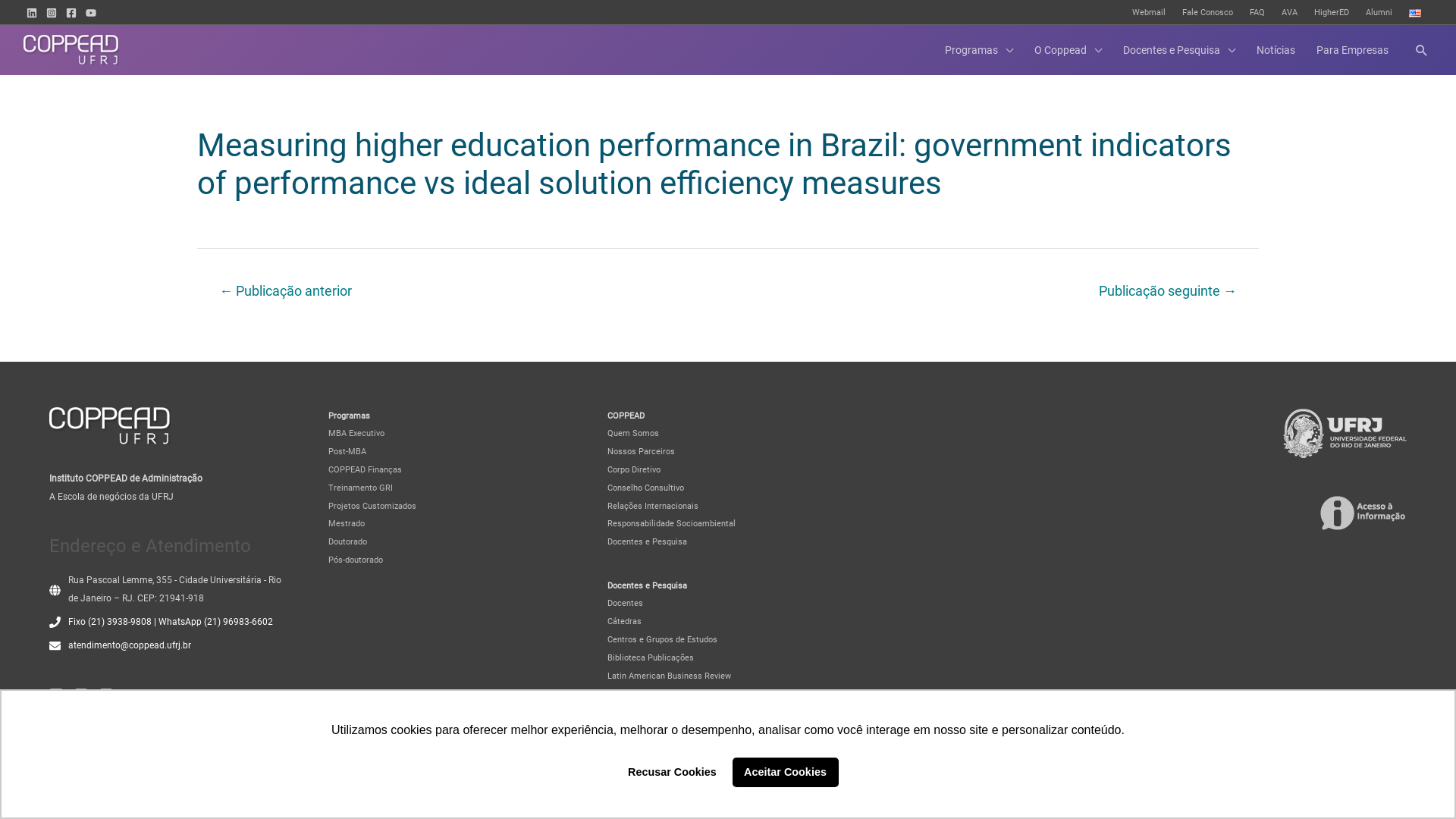 The width and height of the screenshot is (1456, 819). What do you see at coordinates (1379, 12) in the screenshot?
I see `'Alumni'` at bounding box center [1379, 12].